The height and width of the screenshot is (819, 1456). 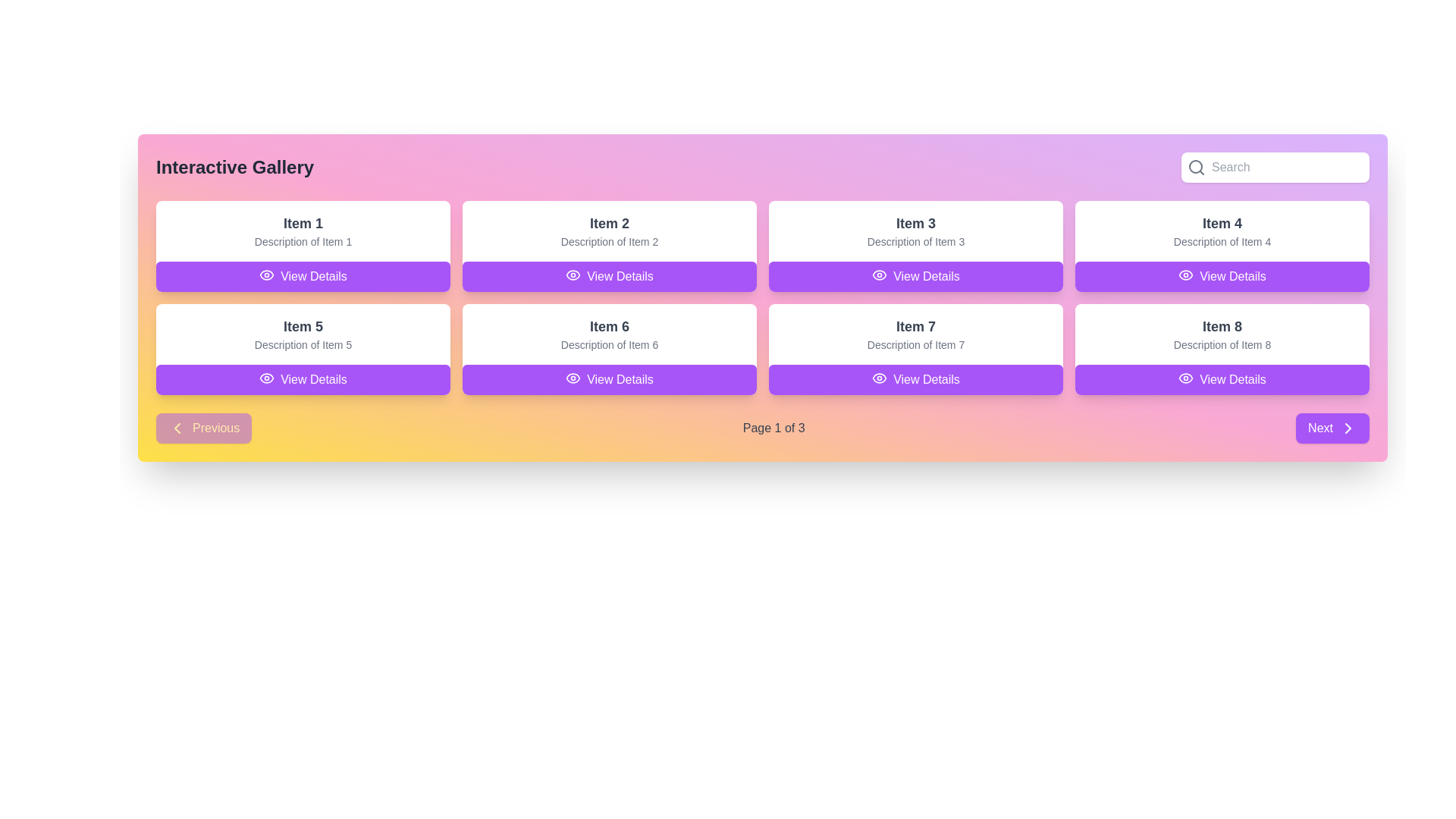 I want to click on the text label that reads 'Description of Item 6', which is styled with a small font size and gray color, located directly beneath the title 'Item 6' in the second row, second column of the item gallery, so click(x=610, y=345).